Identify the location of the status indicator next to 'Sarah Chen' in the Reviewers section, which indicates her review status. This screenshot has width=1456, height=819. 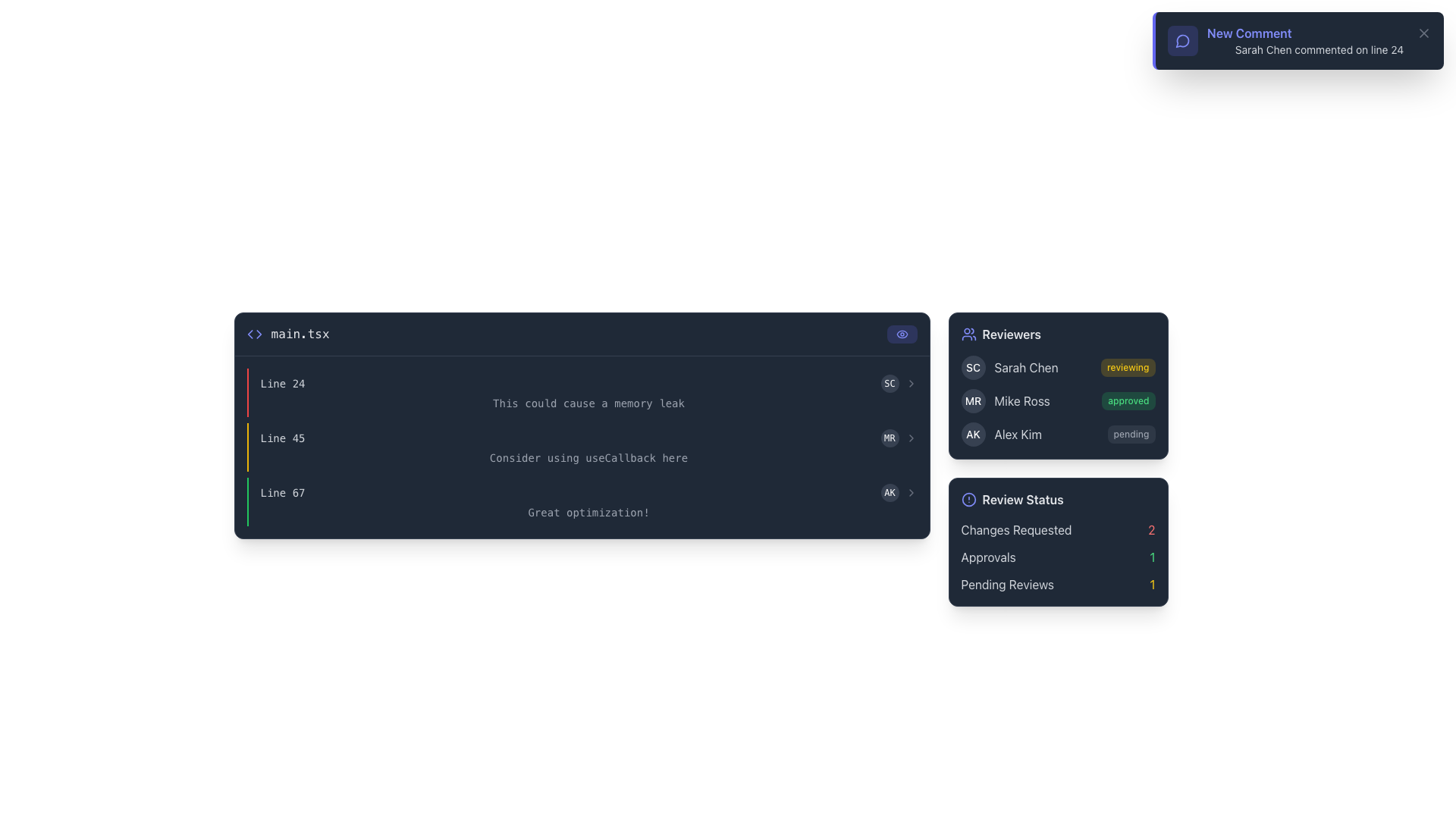
(1128, 368).